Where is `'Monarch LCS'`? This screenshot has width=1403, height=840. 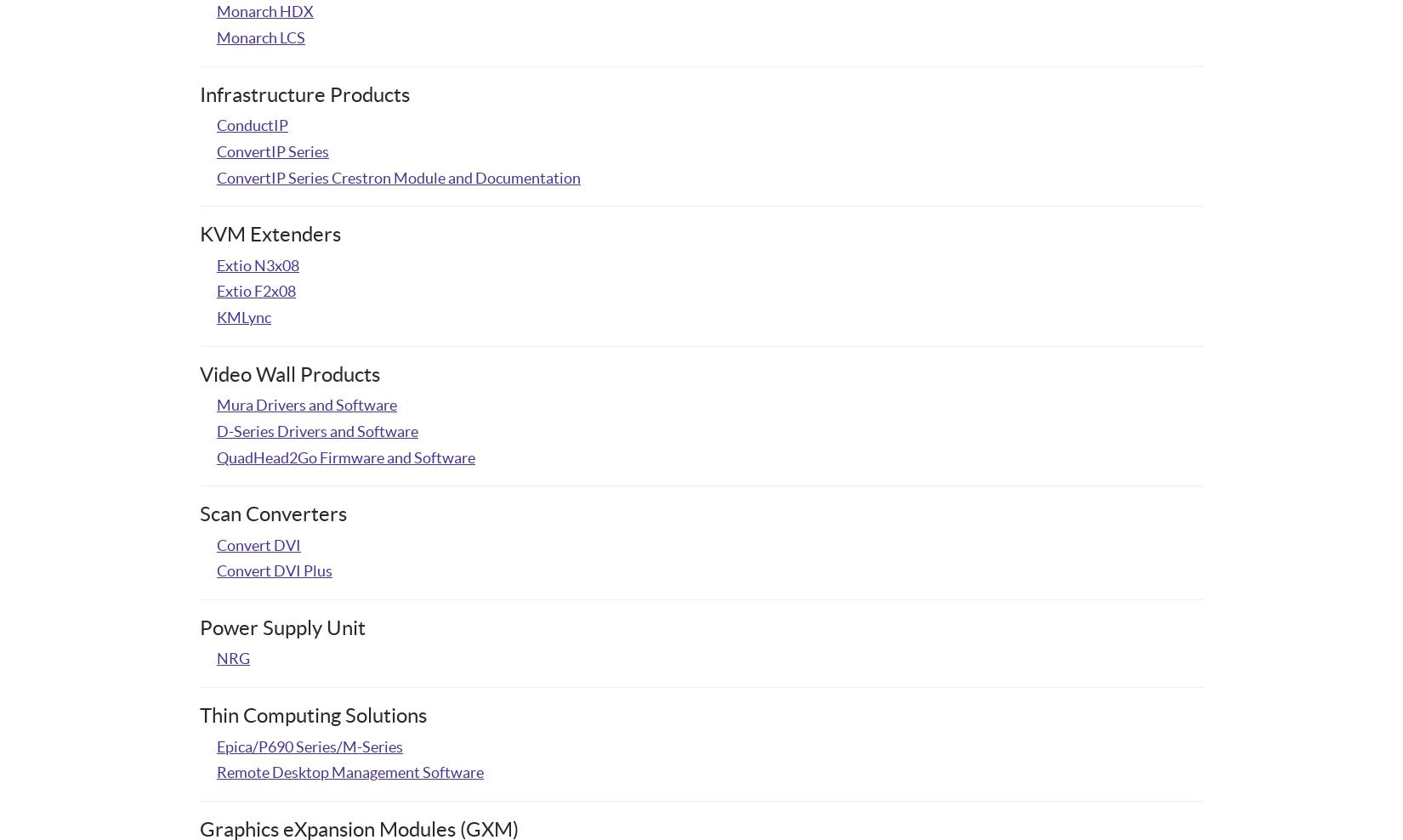 'Monarch LCS' is located at coordinates (261, 37).